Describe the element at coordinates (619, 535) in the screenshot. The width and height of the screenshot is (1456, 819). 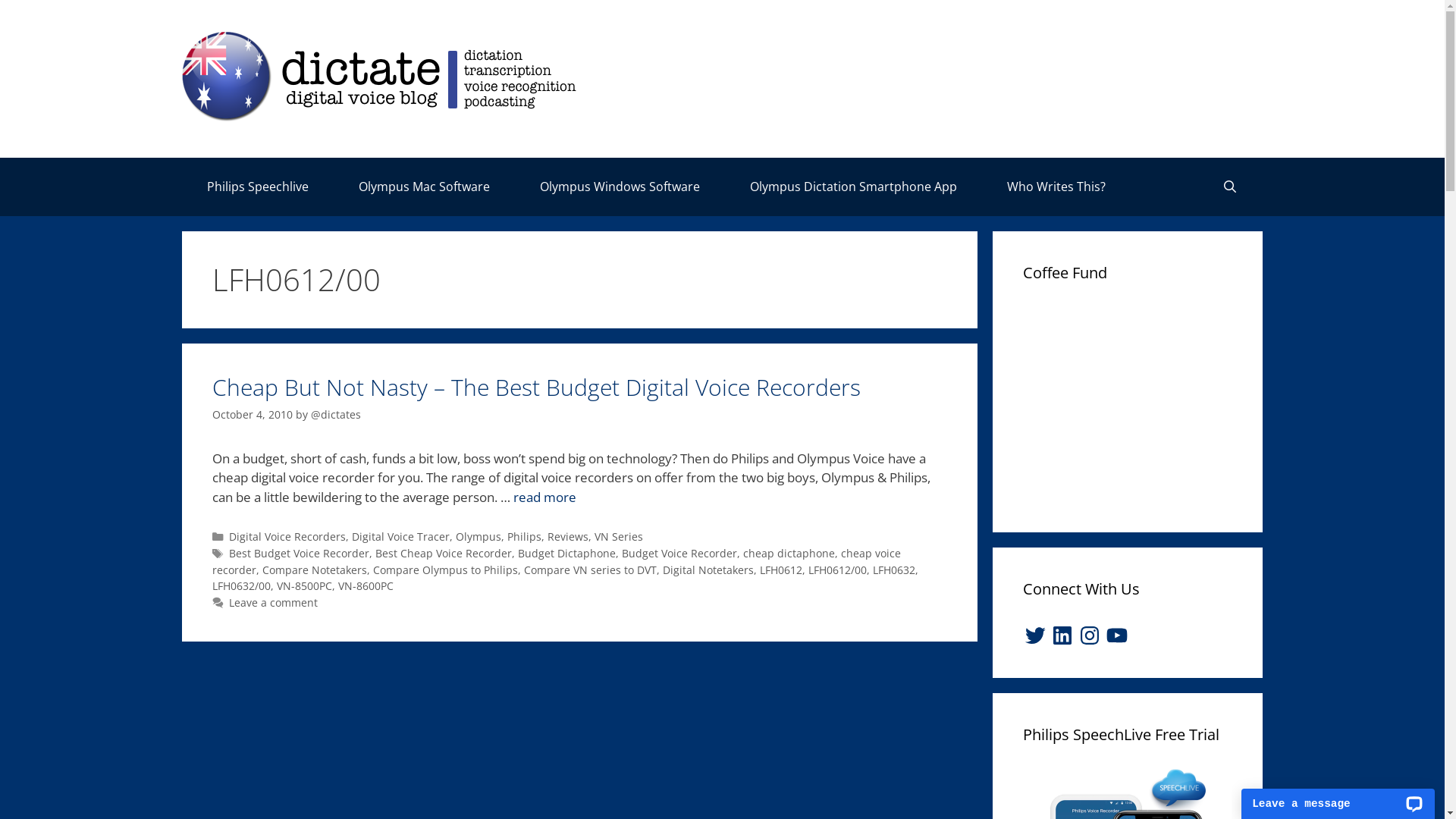
I see `'VN Series'` at that location.